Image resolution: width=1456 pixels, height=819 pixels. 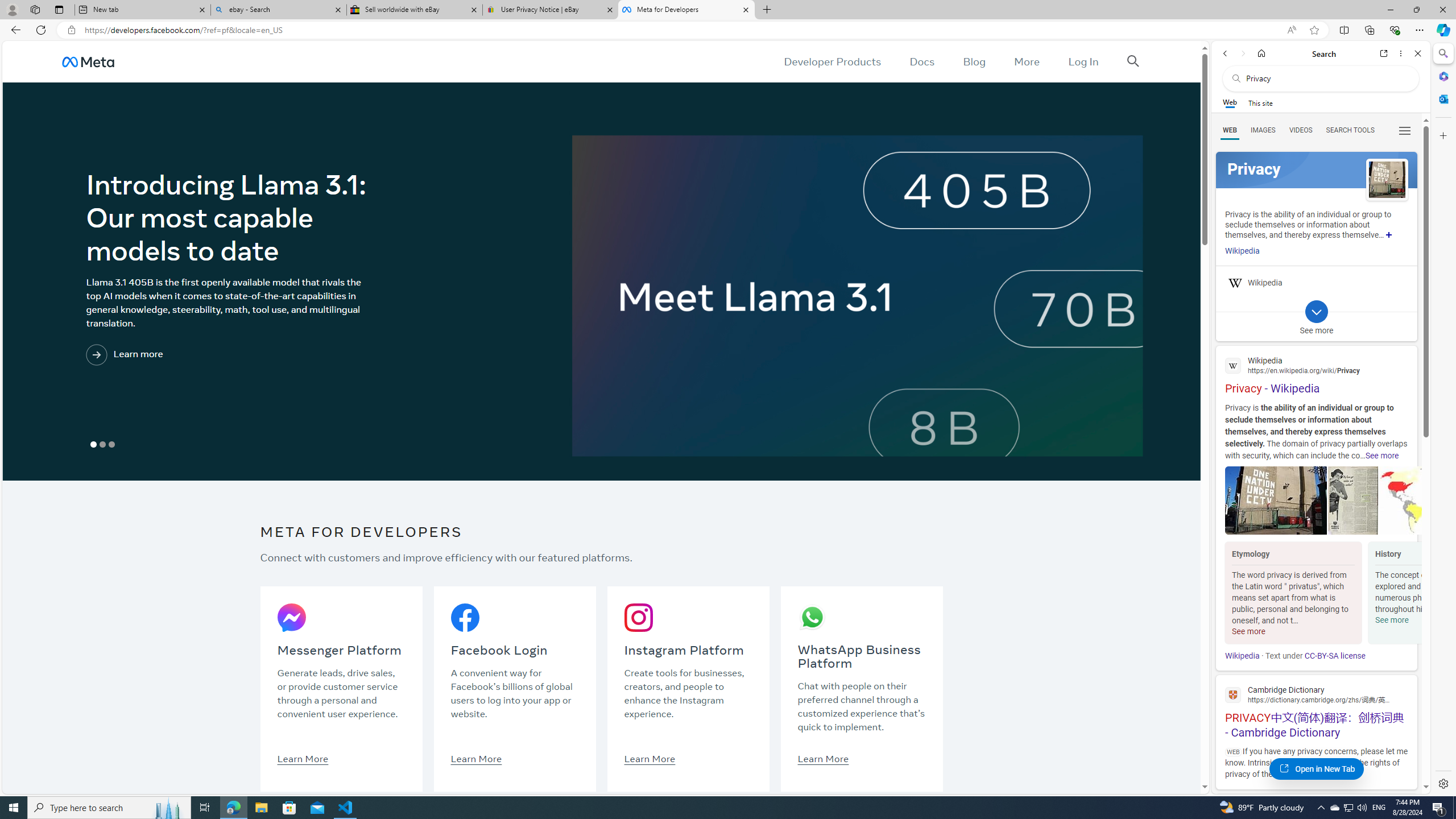 I want to click on 'Search Filter, WEB', so click(x=1230, y=129).